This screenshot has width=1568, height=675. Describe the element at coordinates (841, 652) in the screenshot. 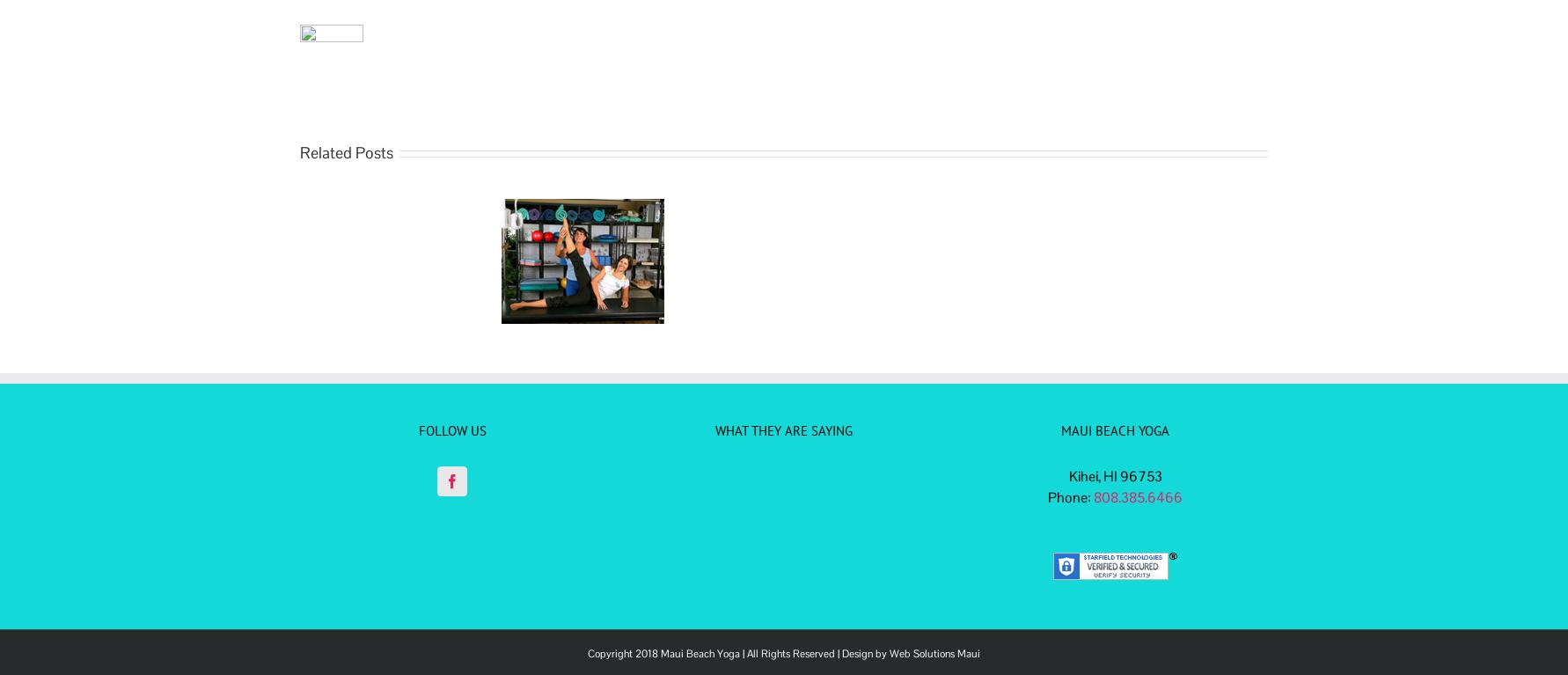

I see `'Design by Web Solutions Maui'` at that location.